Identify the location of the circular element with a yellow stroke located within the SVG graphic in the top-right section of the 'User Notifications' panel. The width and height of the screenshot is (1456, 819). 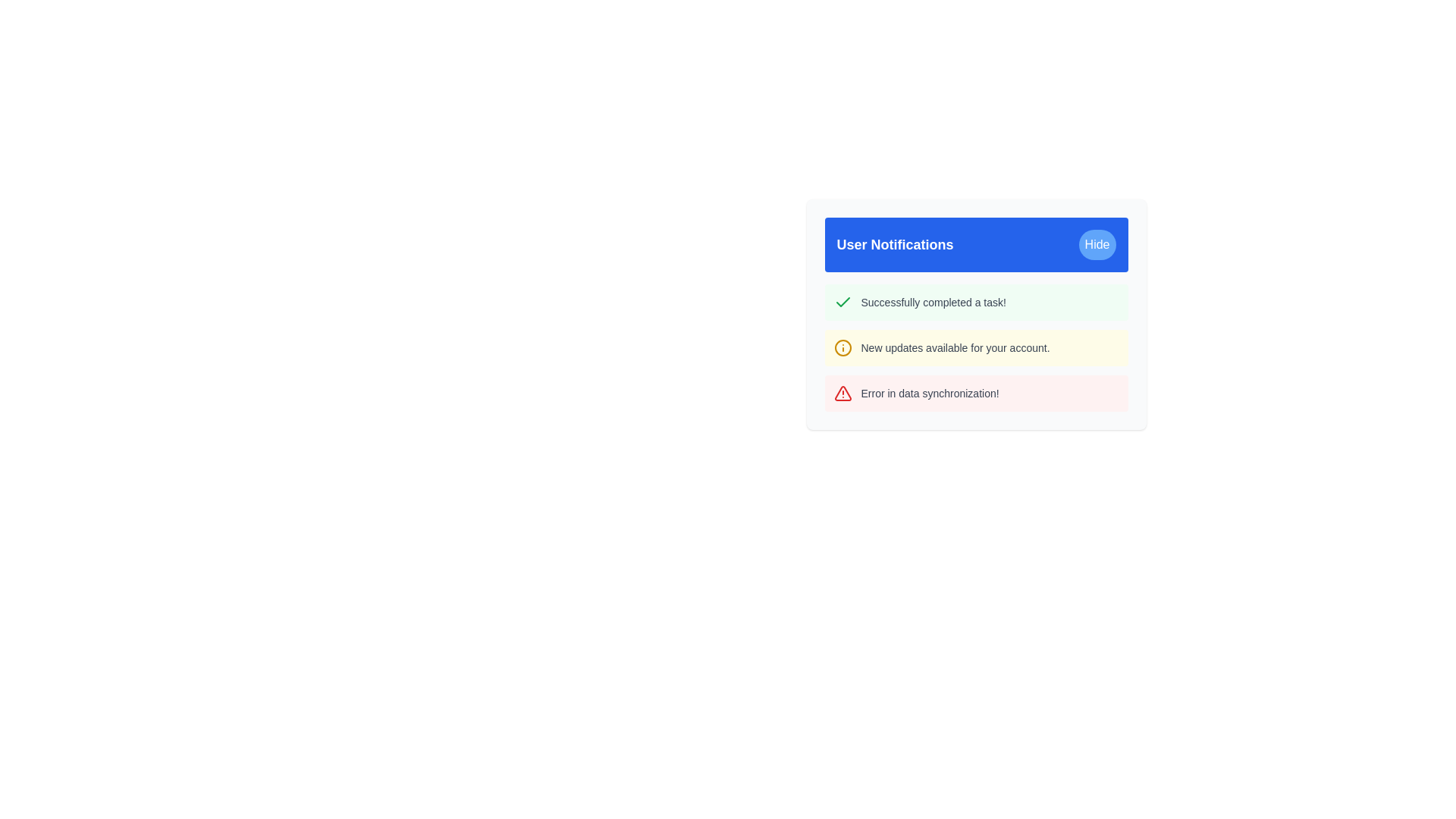
(842, 348).